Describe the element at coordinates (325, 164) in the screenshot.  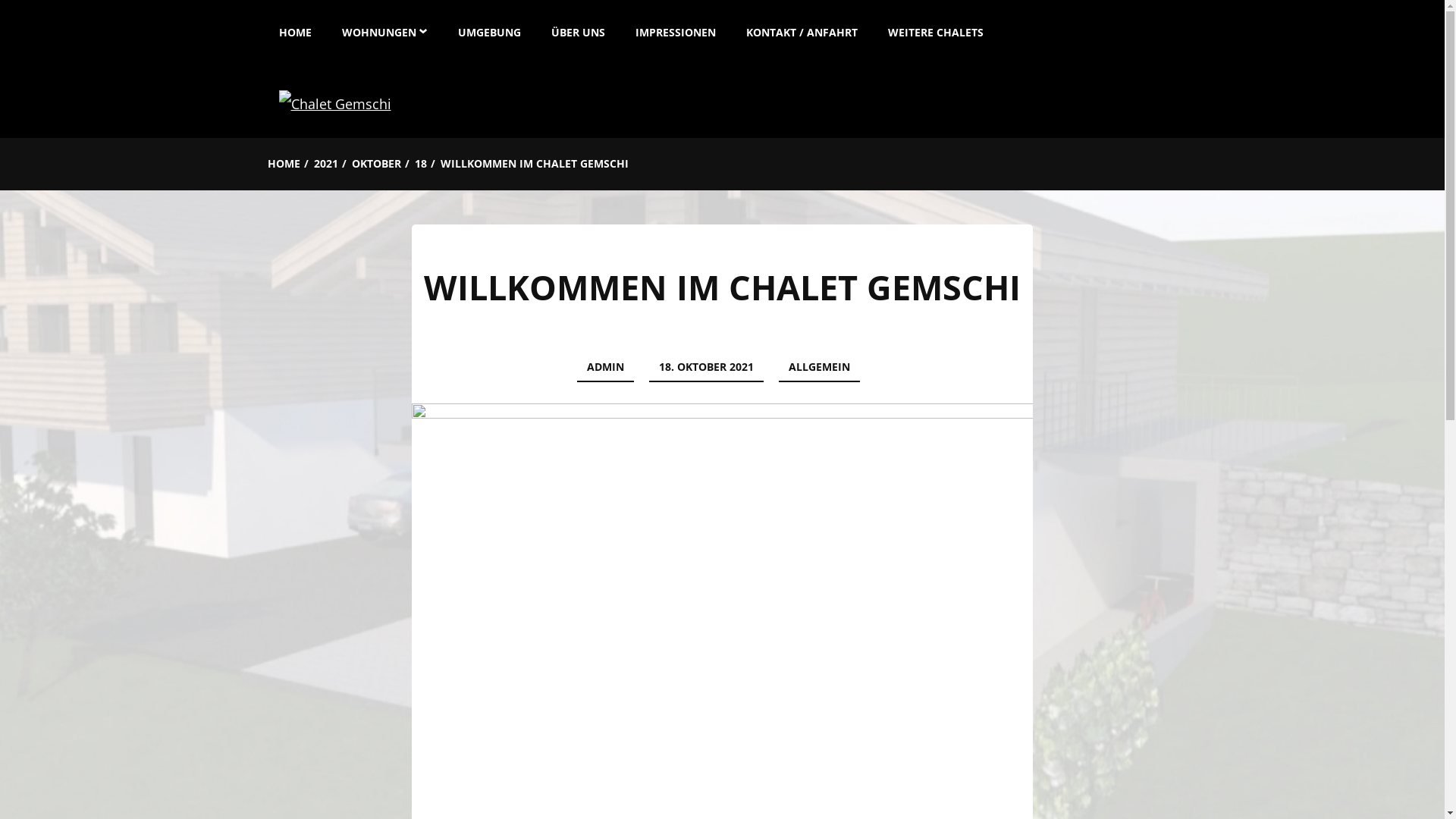
I see `'2021'` at that location.